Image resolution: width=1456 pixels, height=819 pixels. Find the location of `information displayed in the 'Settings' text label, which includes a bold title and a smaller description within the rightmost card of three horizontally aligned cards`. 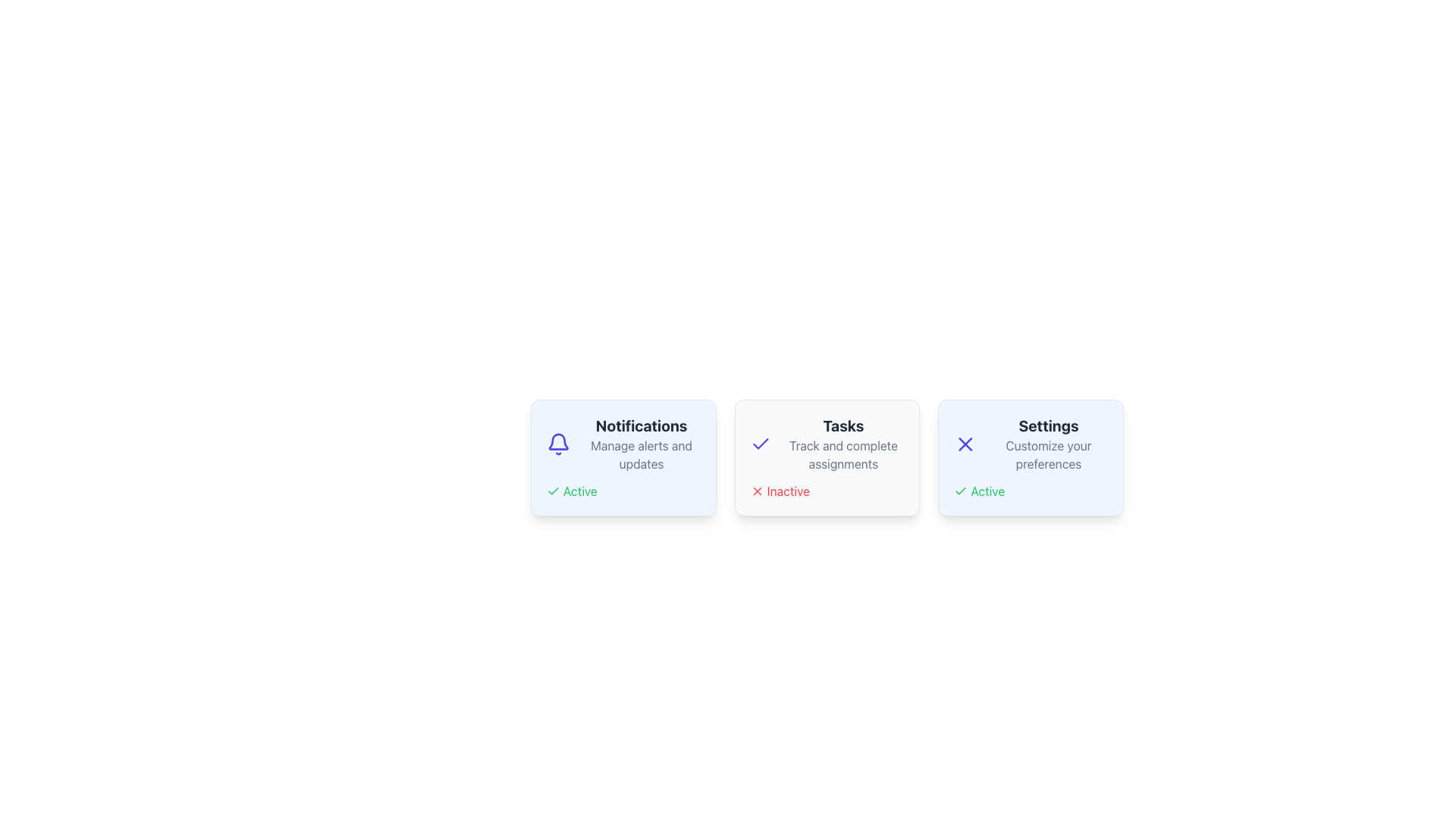

information displayed in the 'Settings' text label, which includes a bold title and a smaller description within the rightmost card of three horizontally aligned cards is located at coordinates (1031, 444).